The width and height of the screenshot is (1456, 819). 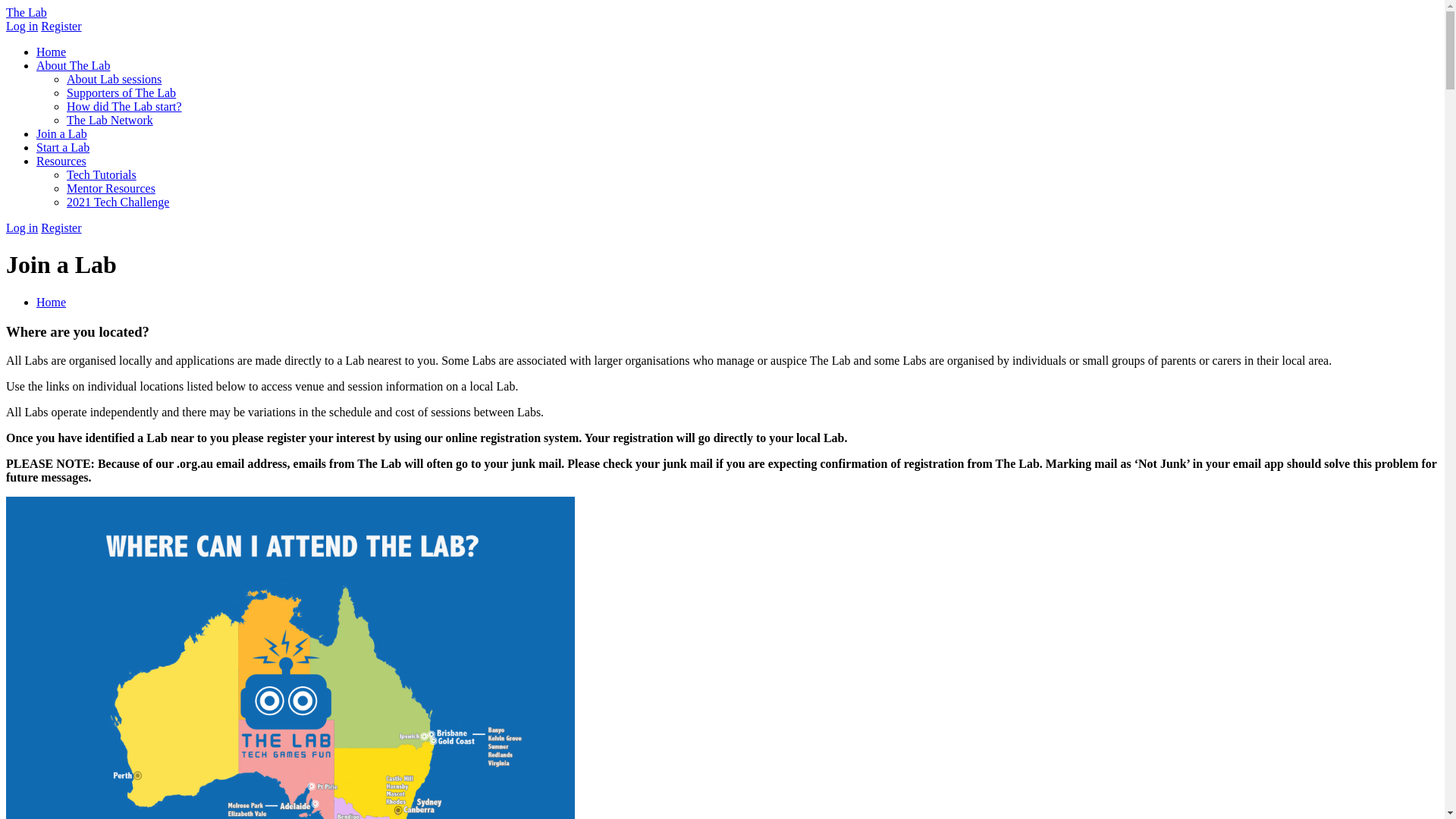 What do you see at coordinates (61, 227) in the screenshot?
I see `'Register'` at bounding box center [61, 227].